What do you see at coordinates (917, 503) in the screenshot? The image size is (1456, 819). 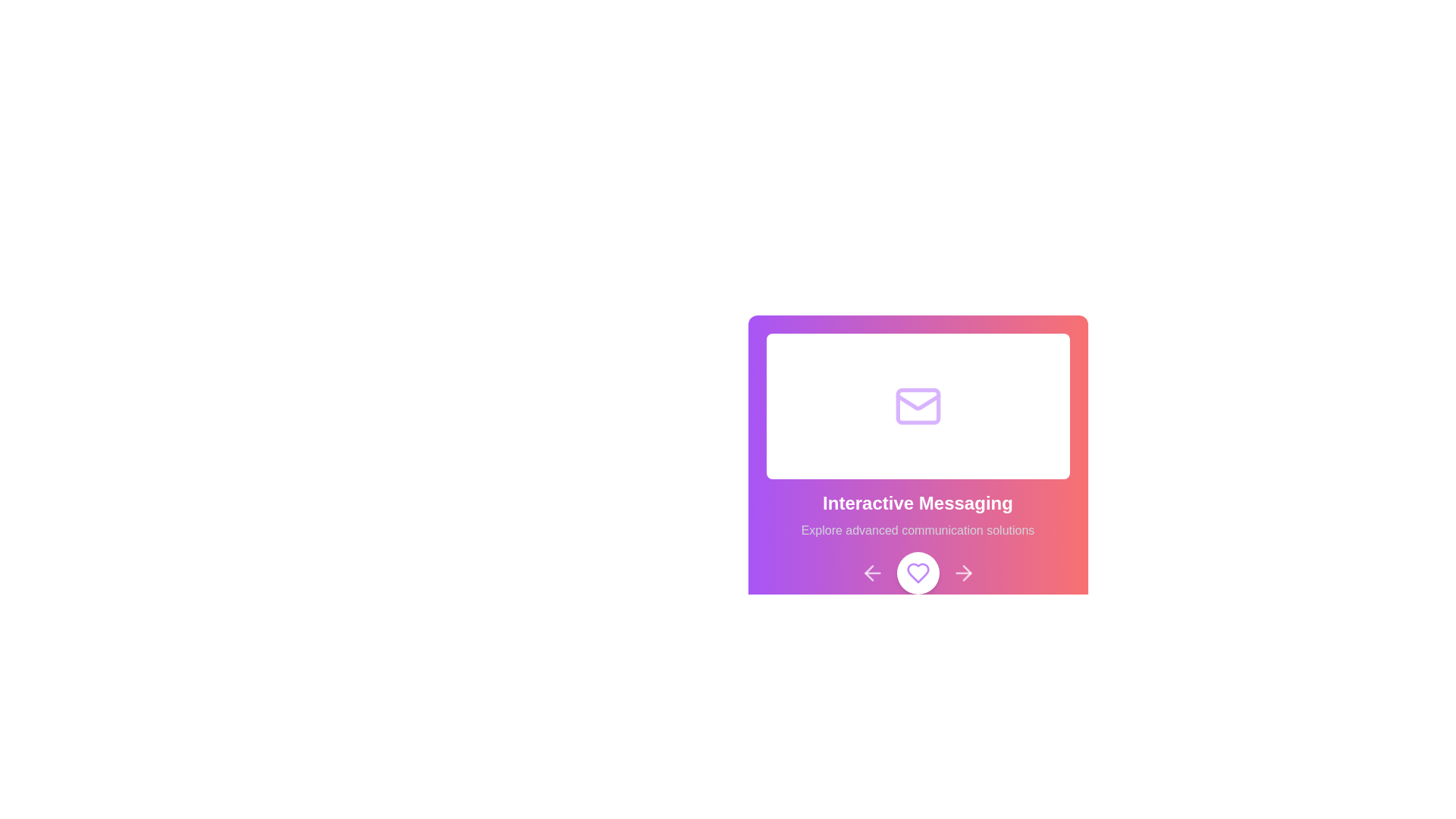 I see `the Static Text element that serves as a title or header, prominently indicating the main topic above the smaller text 'Explore advanced communication solutions.'` at bounding box center [917, 503].